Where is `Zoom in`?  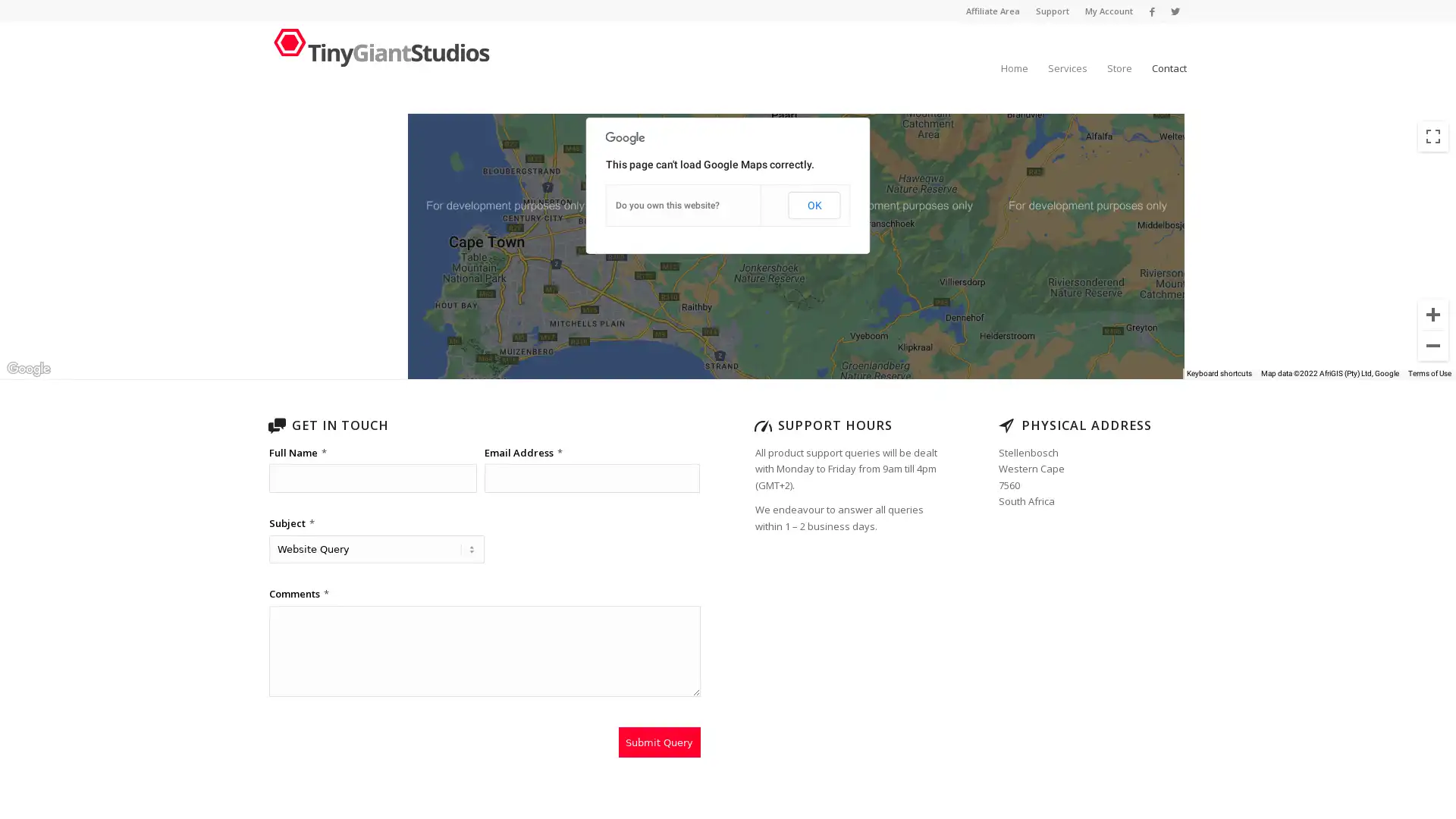 Zoom in is located at coordinates (1432, 314).